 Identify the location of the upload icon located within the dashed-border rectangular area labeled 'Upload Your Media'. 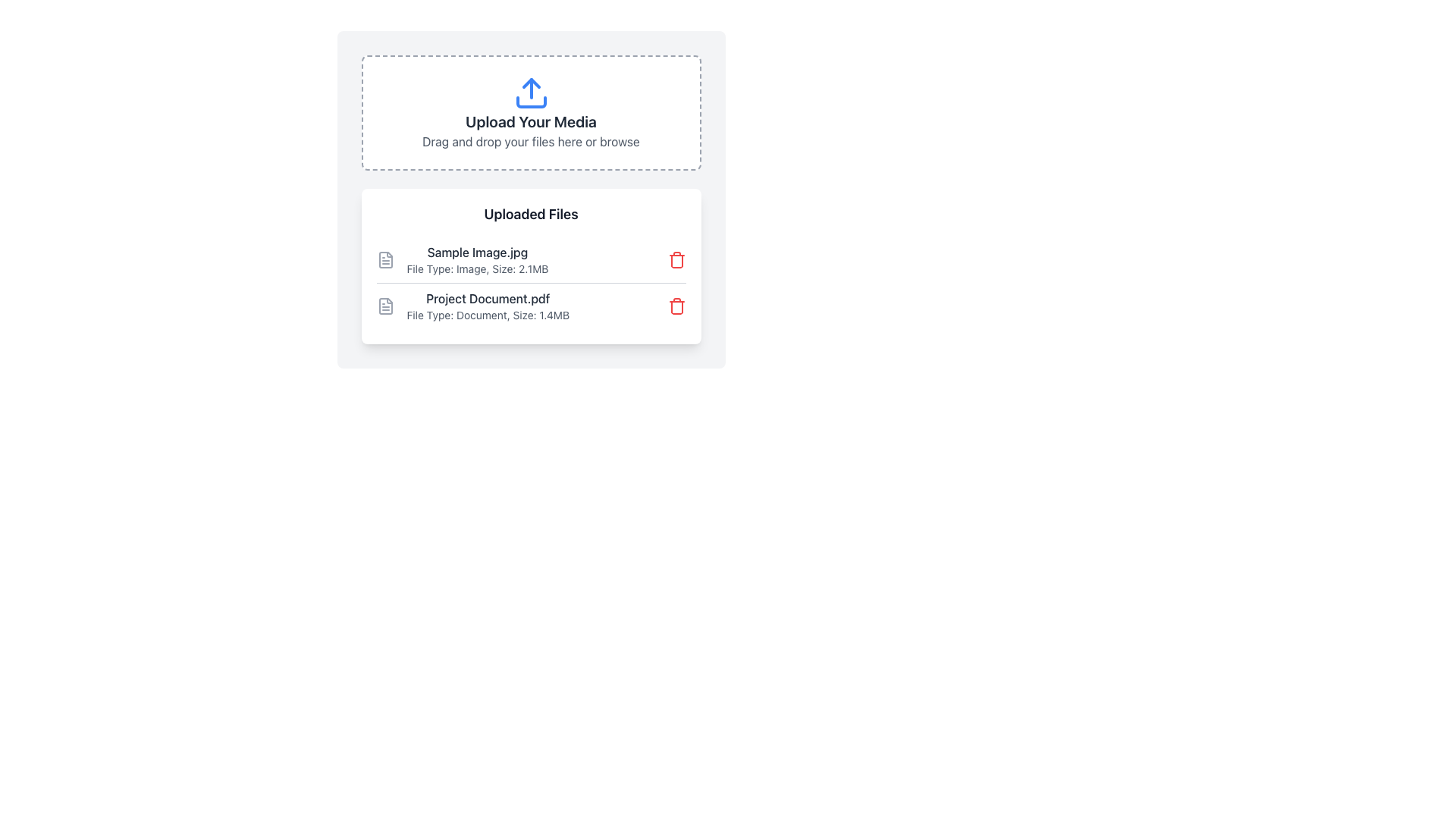
(531, 93).